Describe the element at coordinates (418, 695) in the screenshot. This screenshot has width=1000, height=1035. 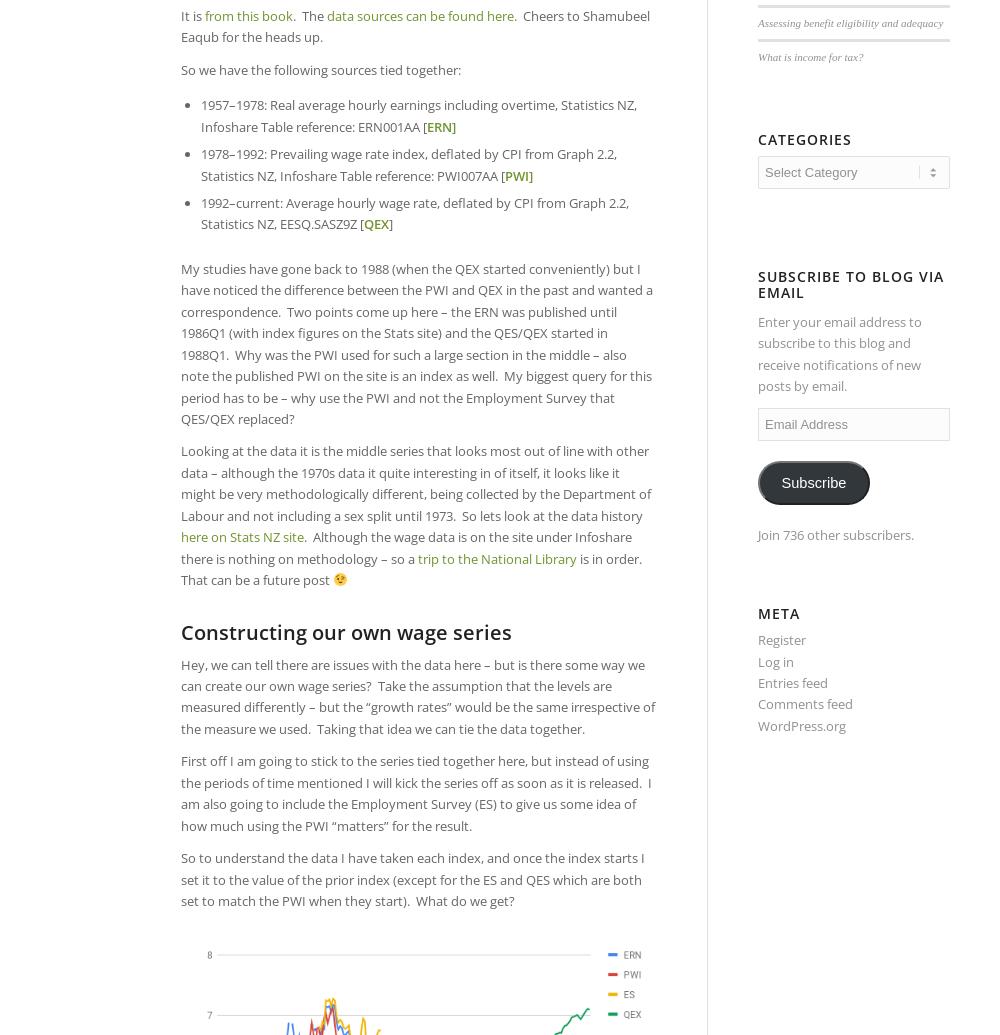
I see `'Hey, we can tell there are issues with the data here – but is there some way we can create our own wage series?  Take the assumption that the levels are measured differently – but the “growth rates” would be the same irrespective of the measure we used.  Taking that idea we can tie the data together.'` at that location.